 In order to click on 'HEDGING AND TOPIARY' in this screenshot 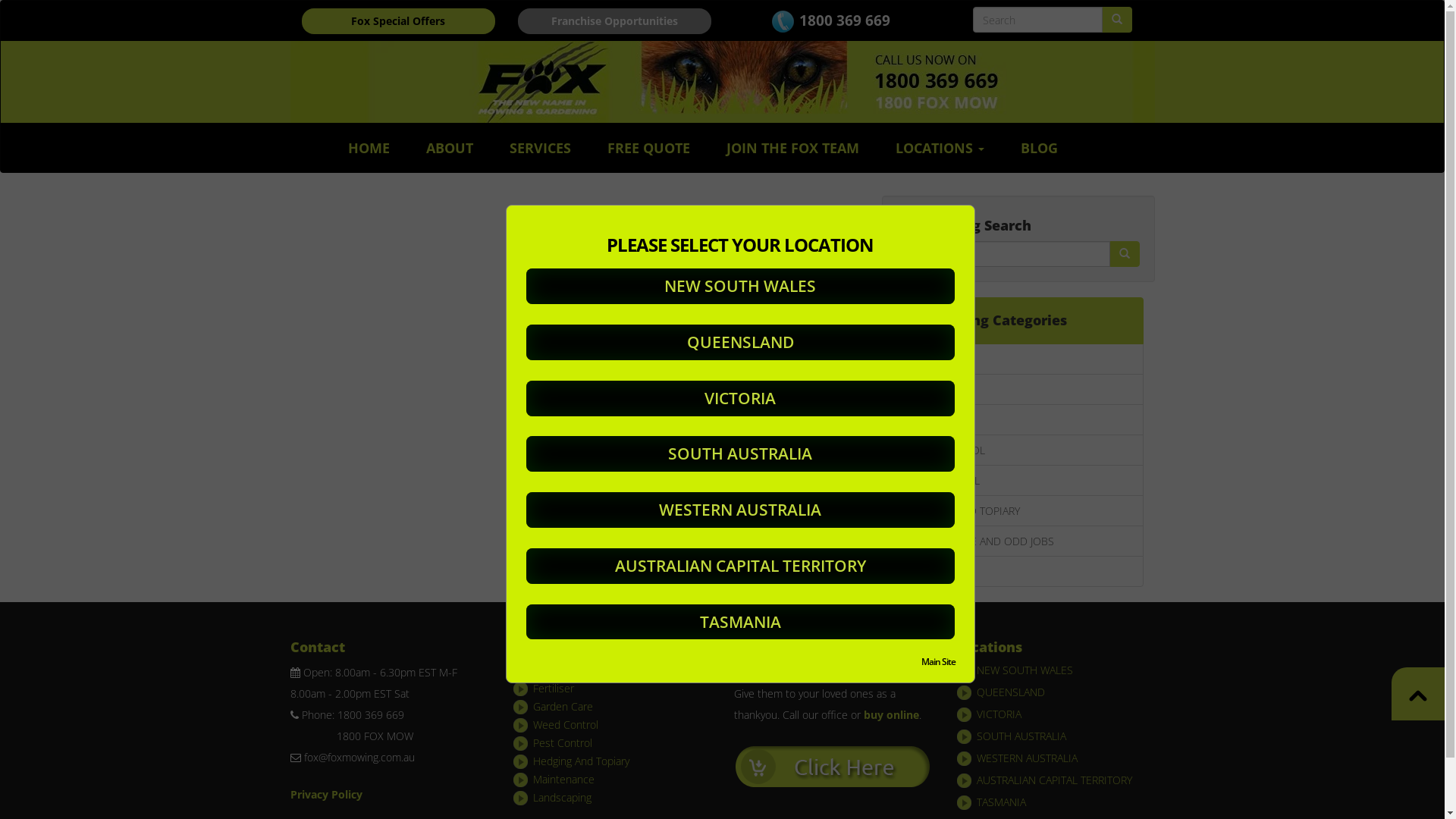, I will do `click(1018, 510)`.